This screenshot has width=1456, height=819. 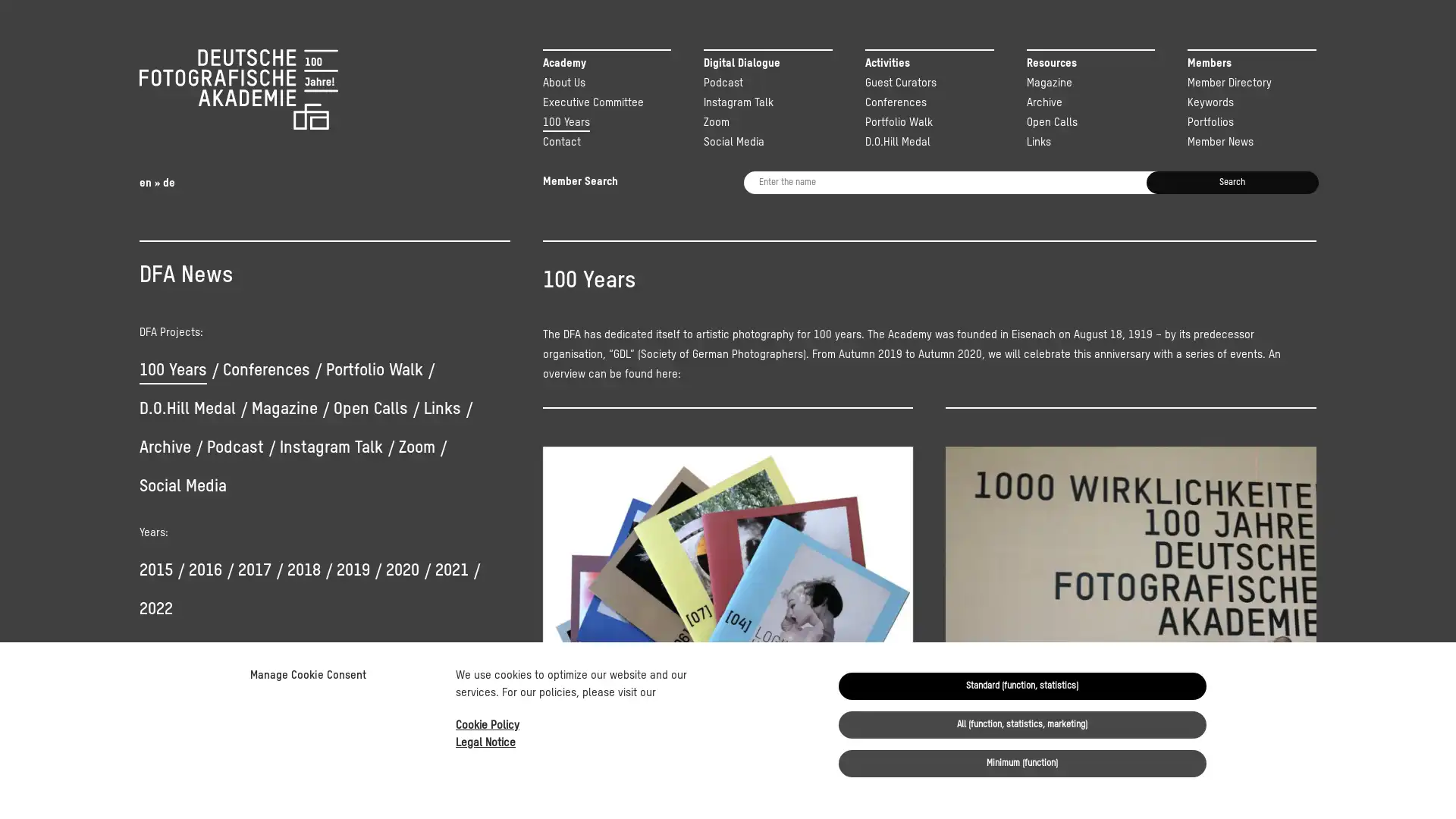 I want to click on Minimum (function), so click(x=1021, y=763).